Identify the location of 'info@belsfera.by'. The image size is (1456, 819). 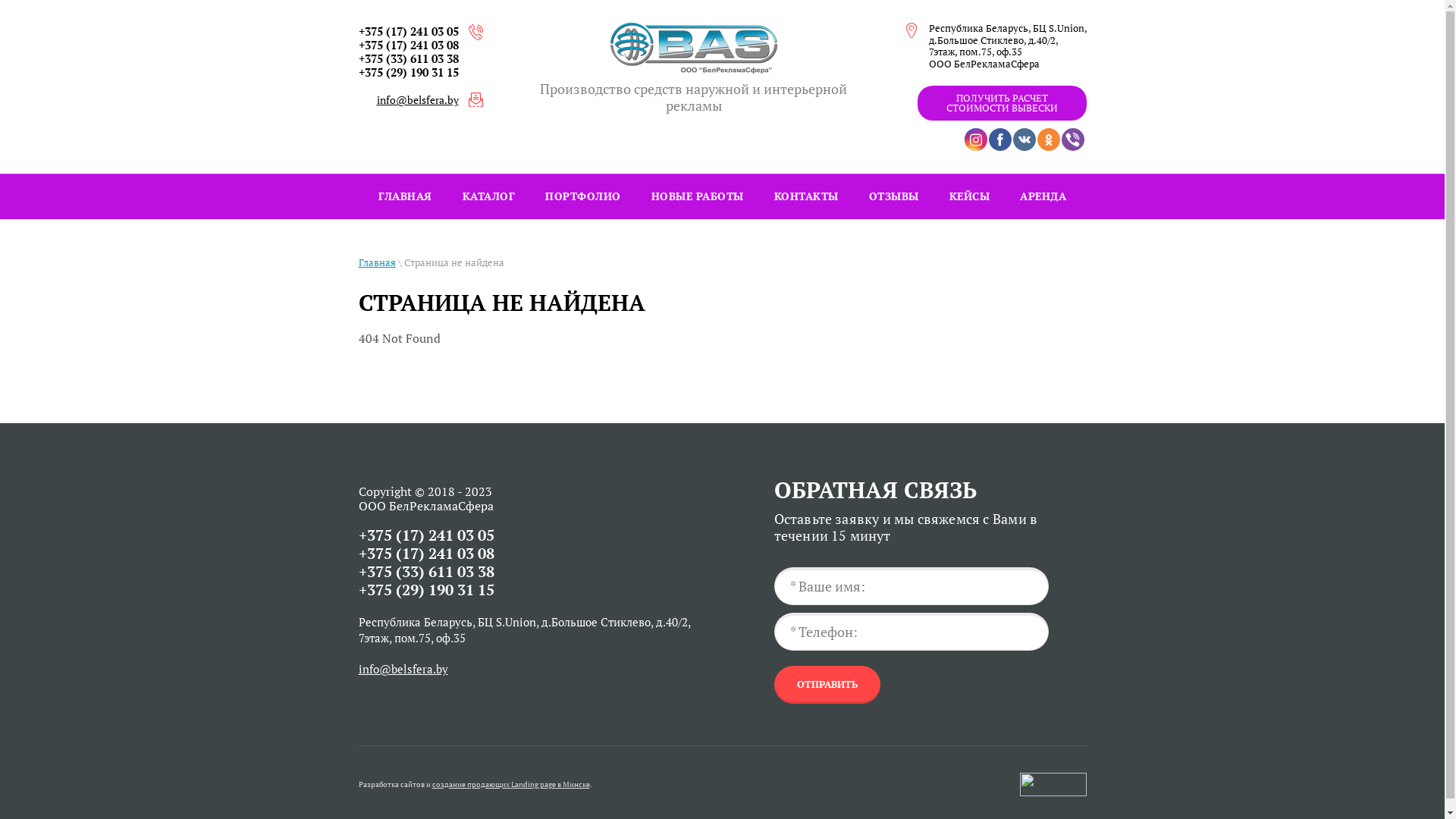
(403, 668).